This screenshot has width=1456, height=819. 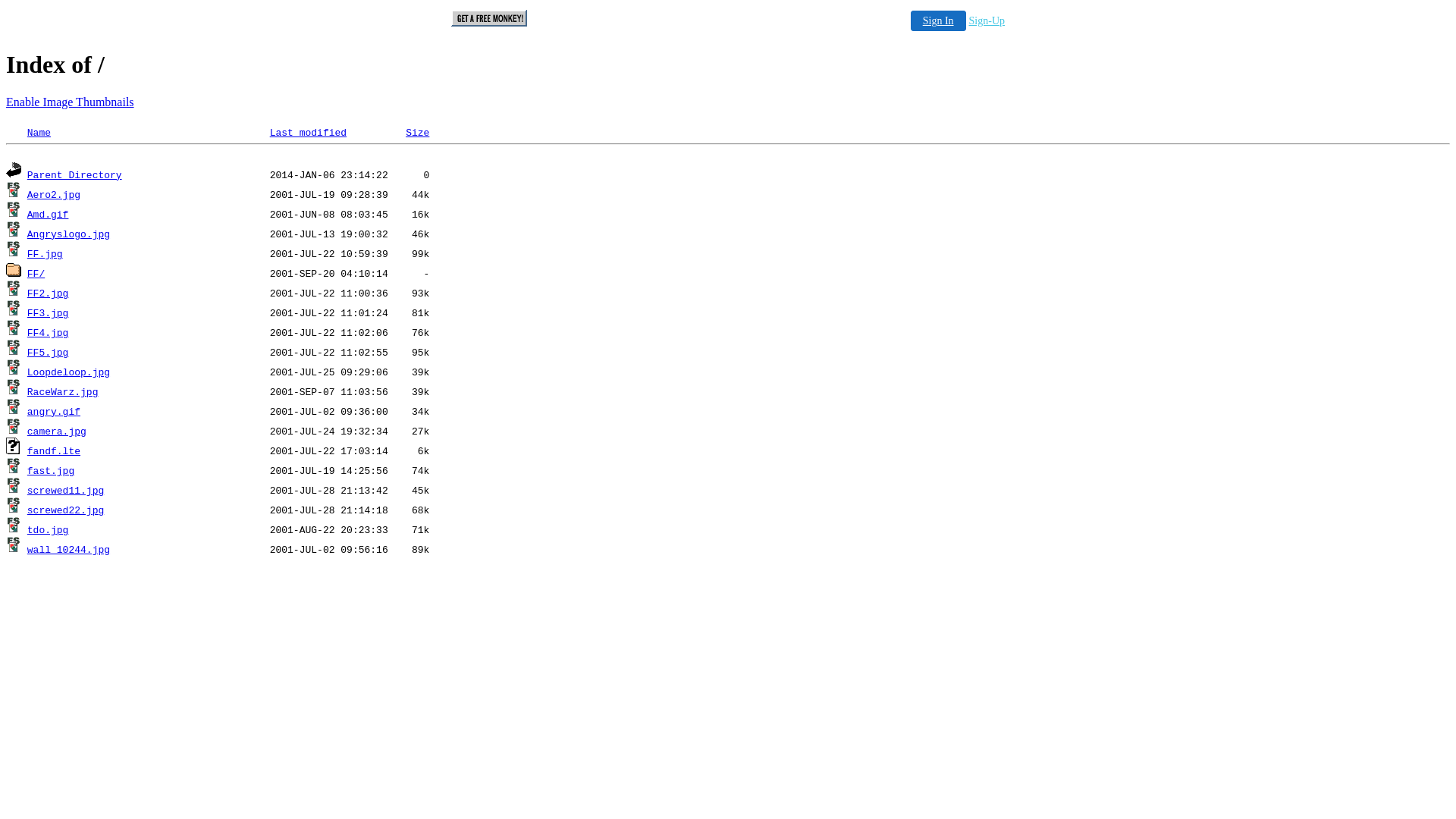 I want to click on 'RaceWarz.jpg', so click(x=61, y=391).